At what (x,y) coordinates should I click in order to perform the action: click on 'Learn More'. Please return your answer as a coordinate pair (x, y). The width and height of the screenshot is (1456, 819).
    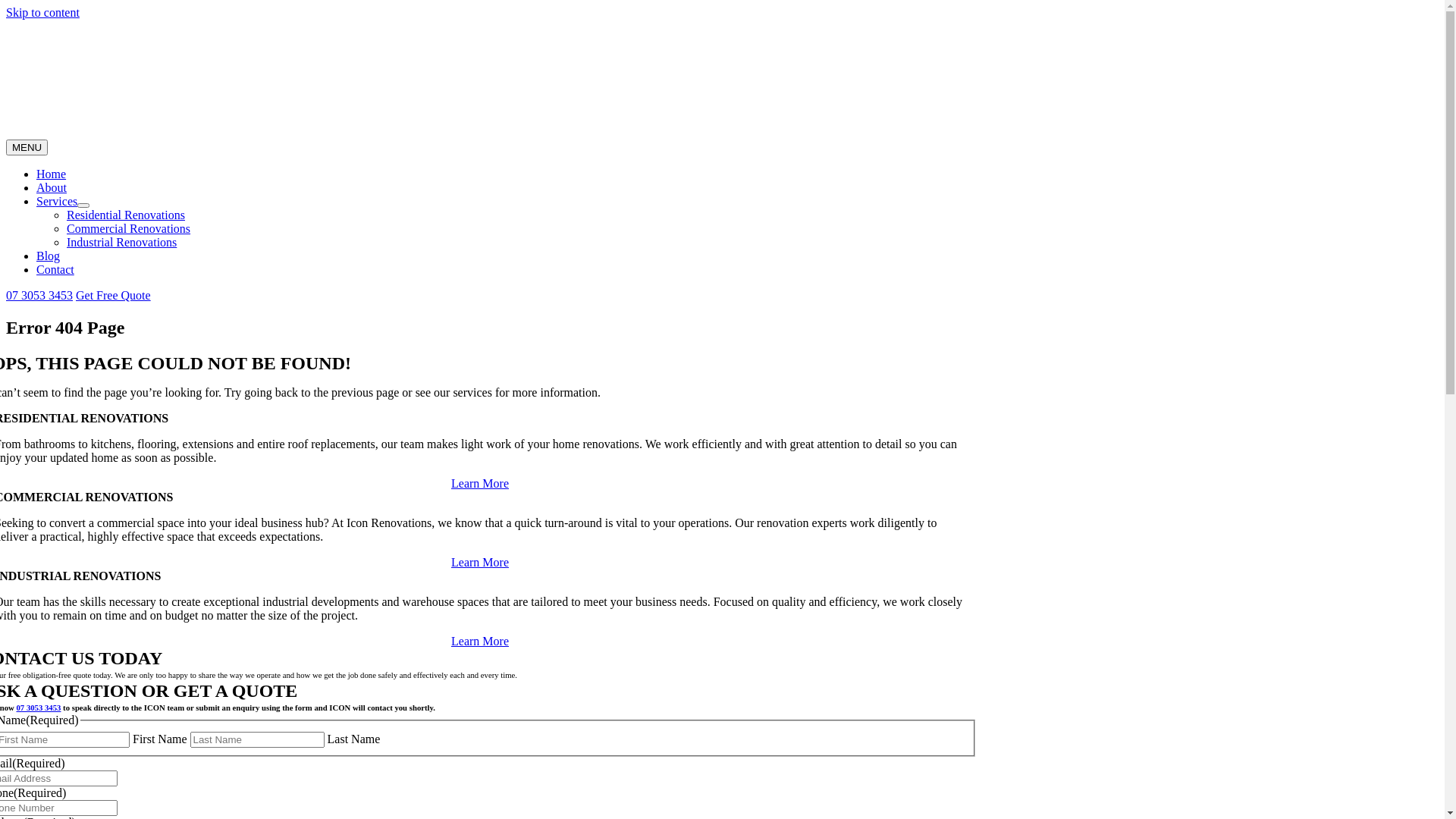
    Looking at the image, I should click on (479, 483).